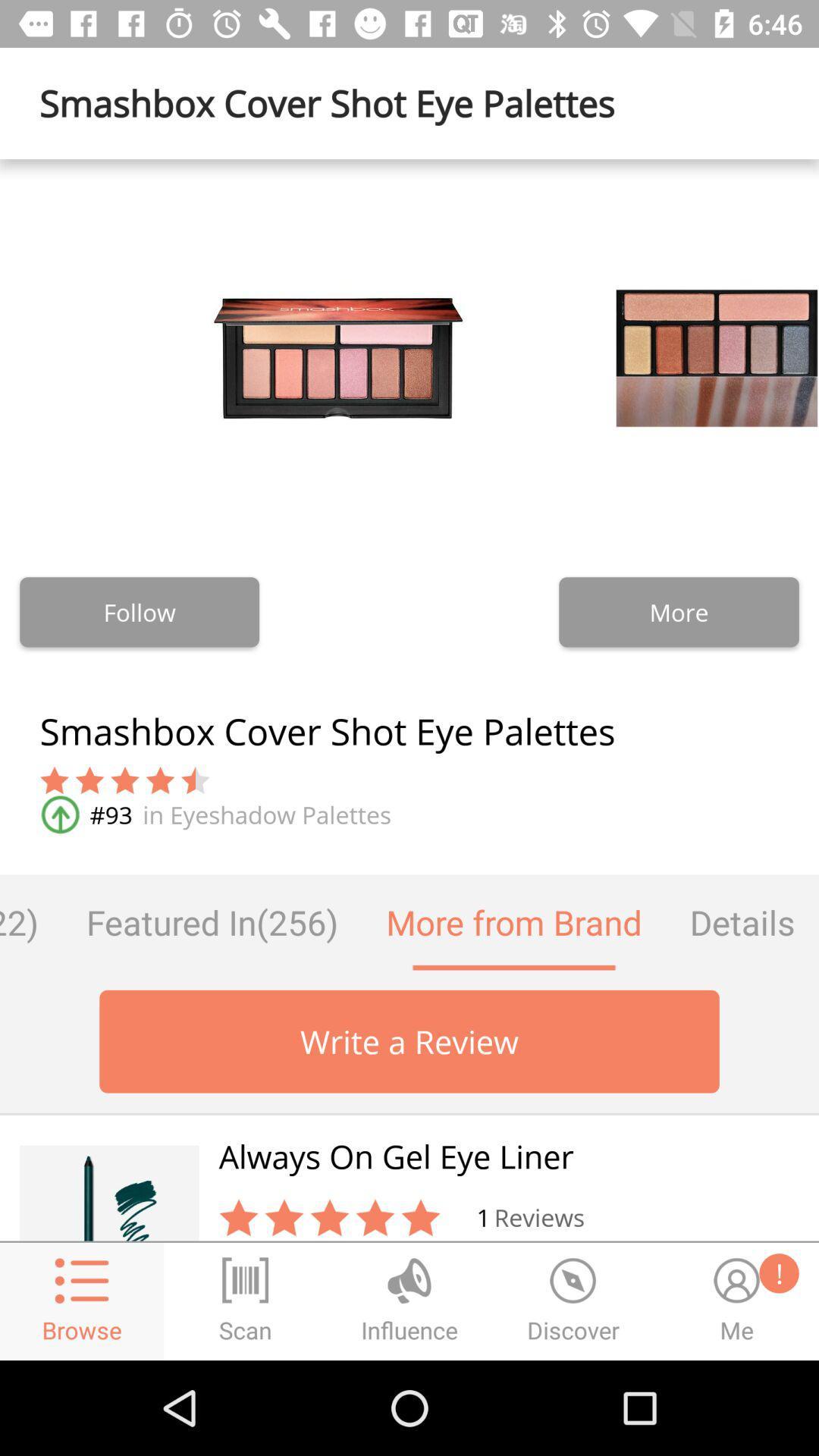 This screenshot has width=819, height=1456. Describe the element at coordinates (31, 921) in the screenshot. I see `the questions (122) item` at that location.